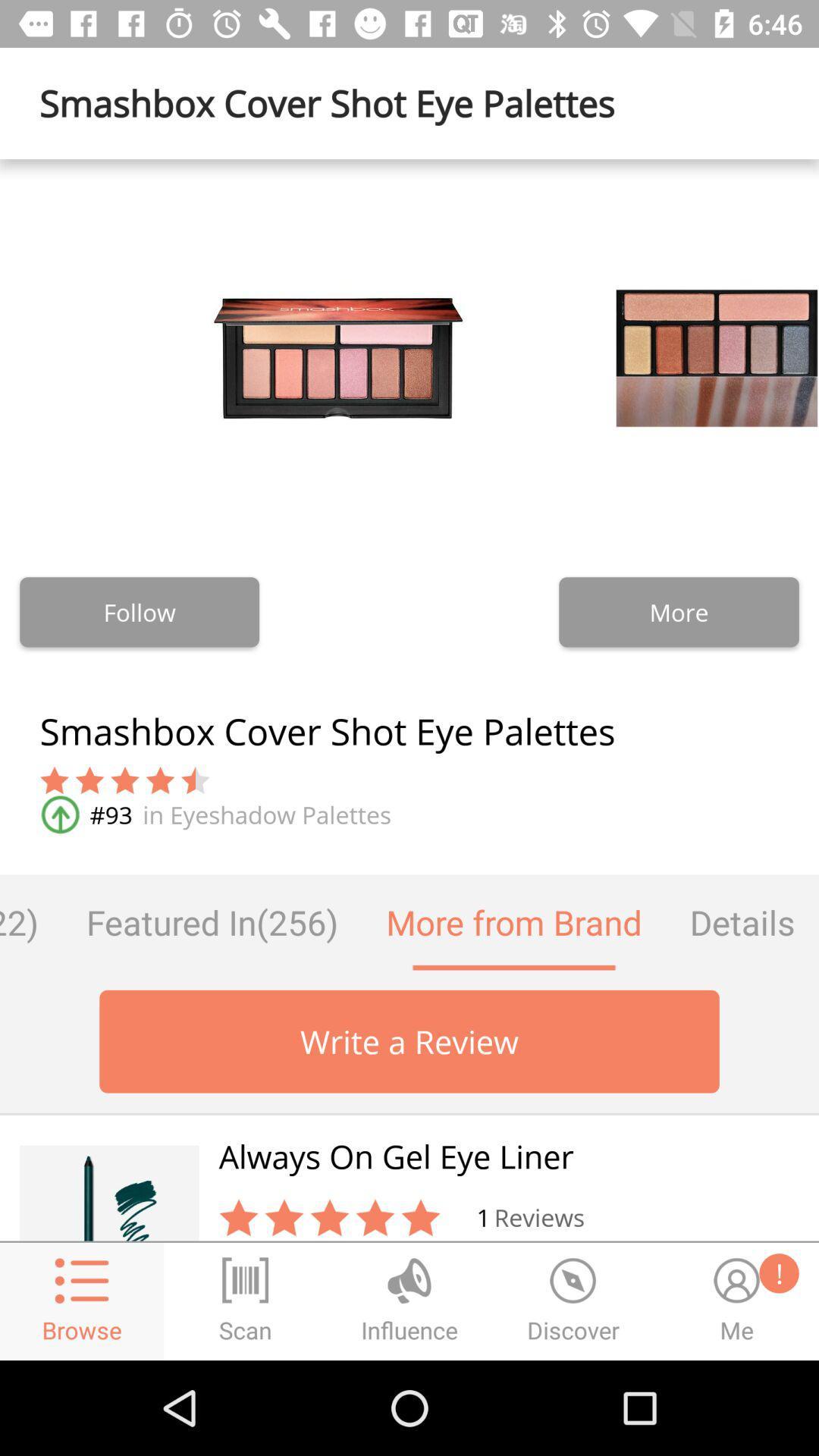 This screenshot has width=819, height=1456. Describe the element at coordinates (31, 921) in the screenshot. I see `the questions (122) item` at that location.